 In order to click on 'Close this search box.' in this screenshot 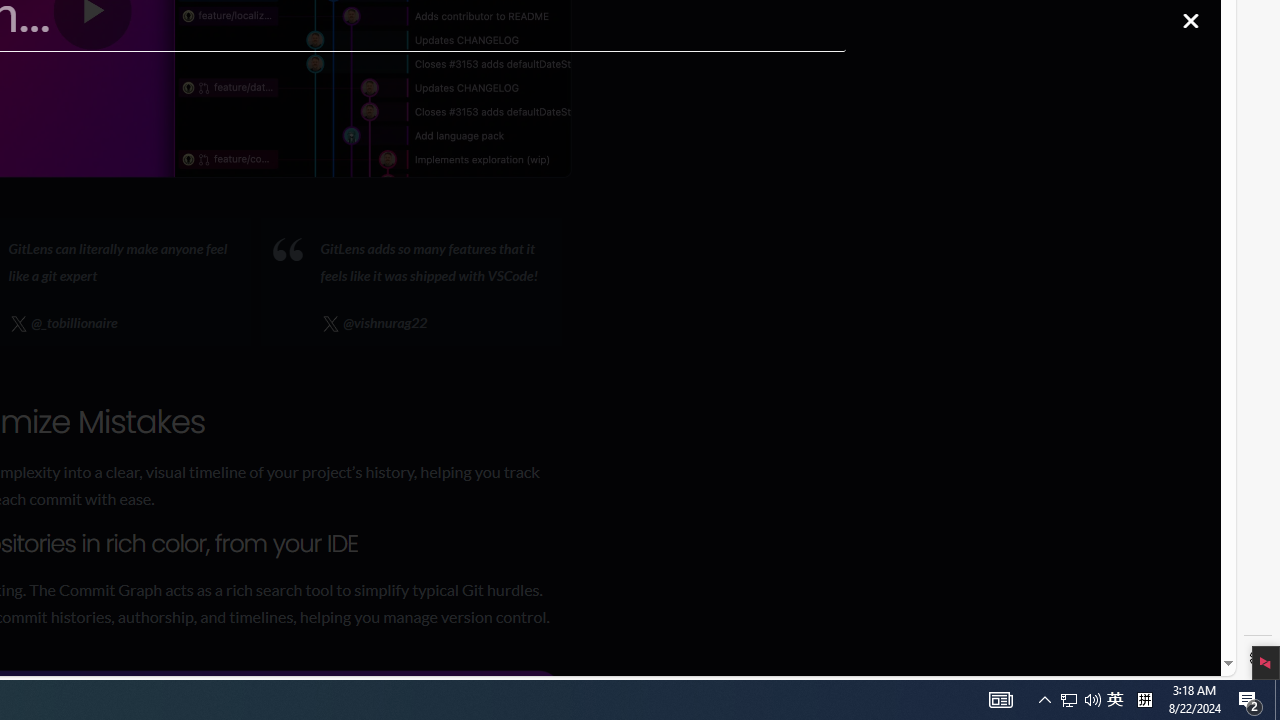, I will do `click(1191, 20)`.